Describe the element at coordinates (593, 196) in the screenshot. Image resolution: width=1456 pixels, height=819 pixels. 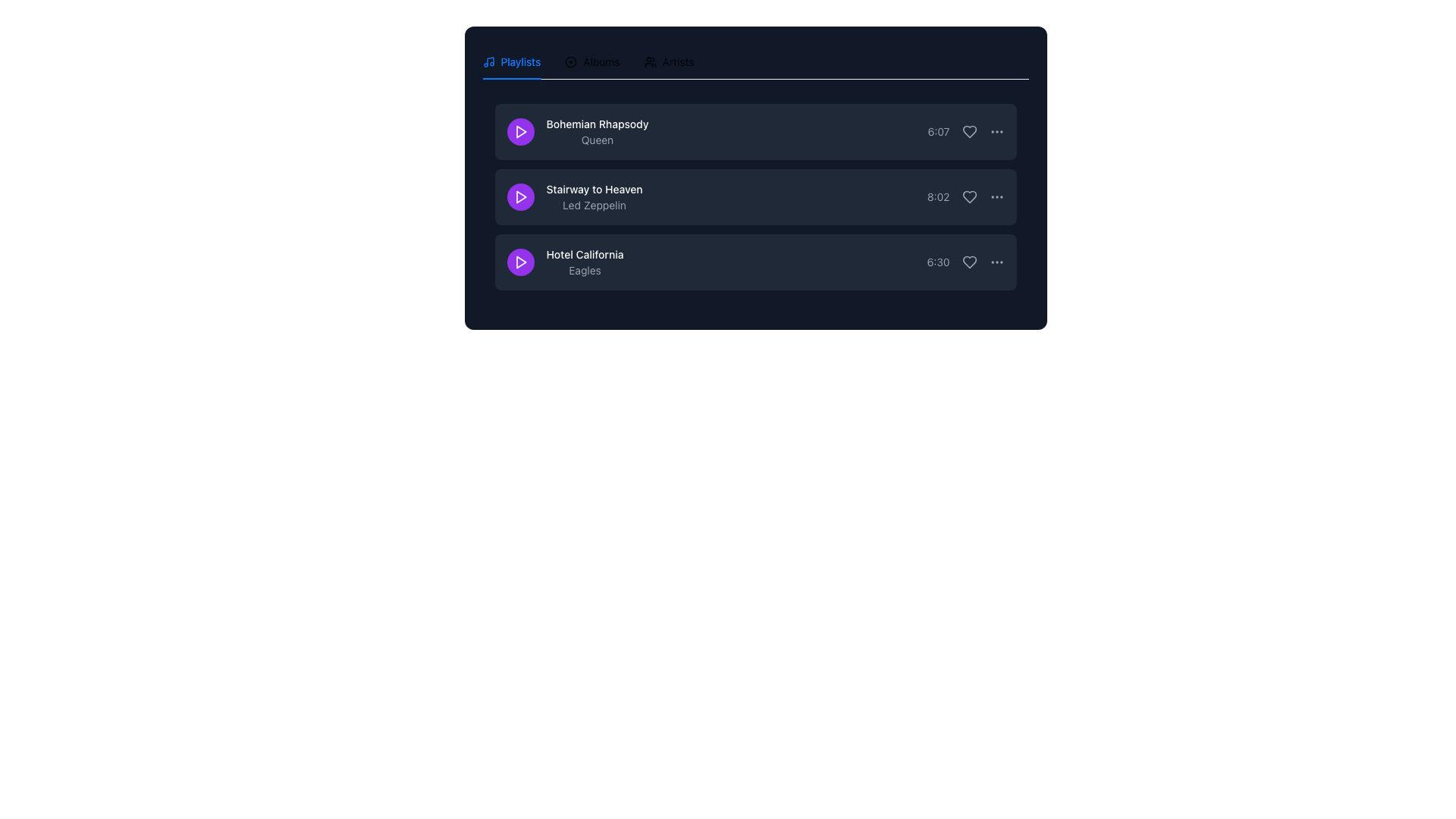
I see `the text block that displays the title and artist of a song entry in the playlist, located in the second row of the interface, centrally positioned to the right of the play button` at that location.